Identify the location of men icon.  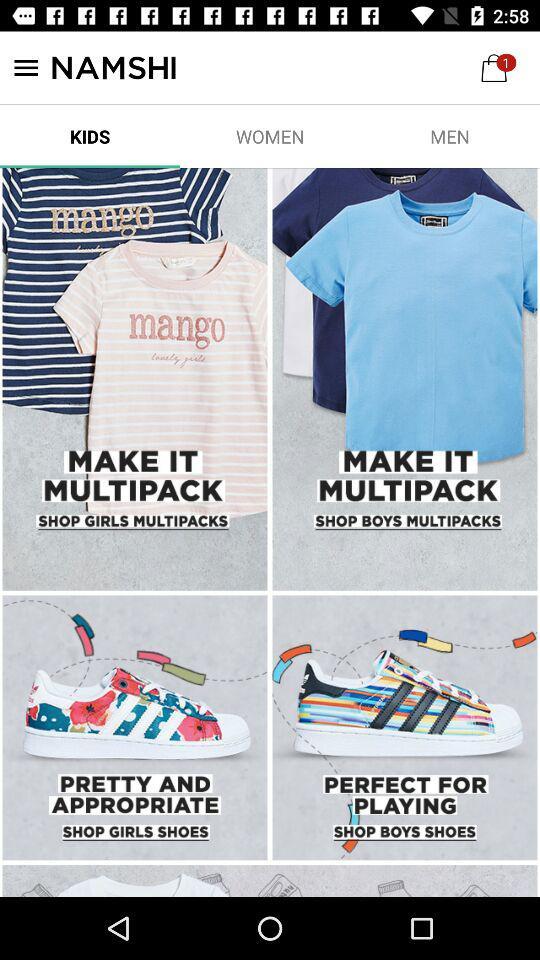
(449, 135).